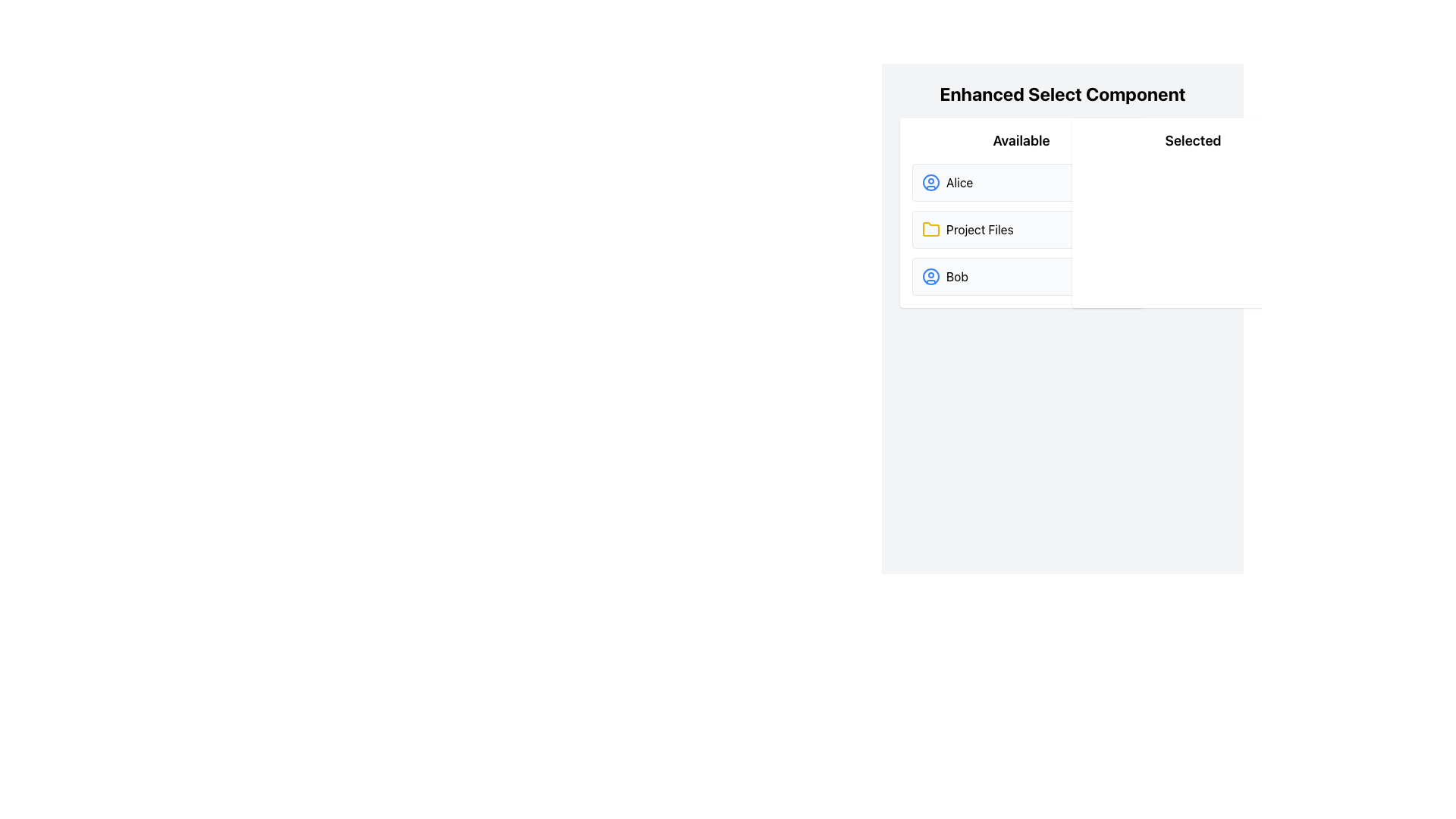 The image size is (1456, 819). I want to click on the text label 'Bob' located in the vertical list under the 'Available' section, so click(956, 277).